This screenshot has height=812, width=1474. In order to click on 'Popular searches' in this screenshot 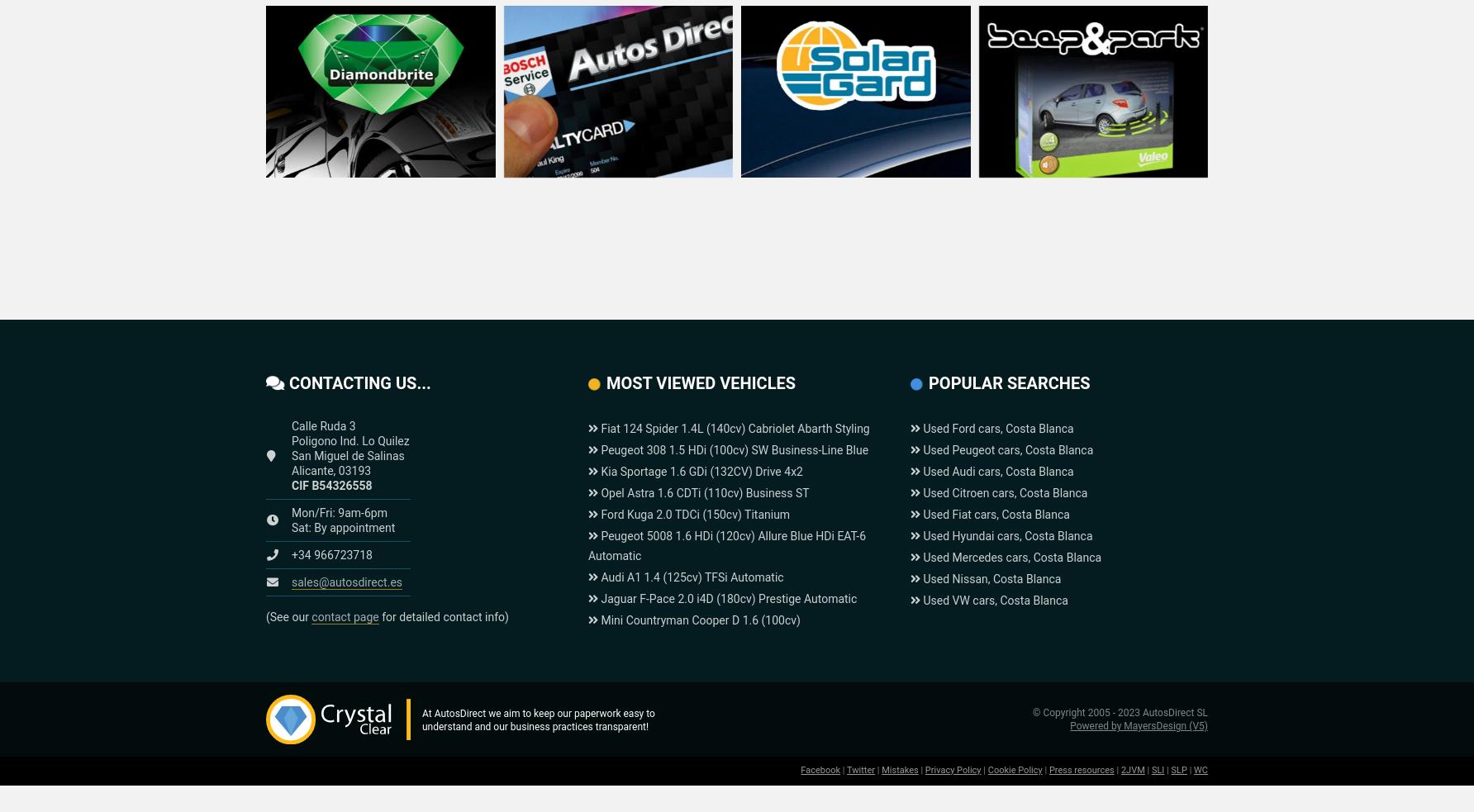, I will do `click(1006, 382)`.